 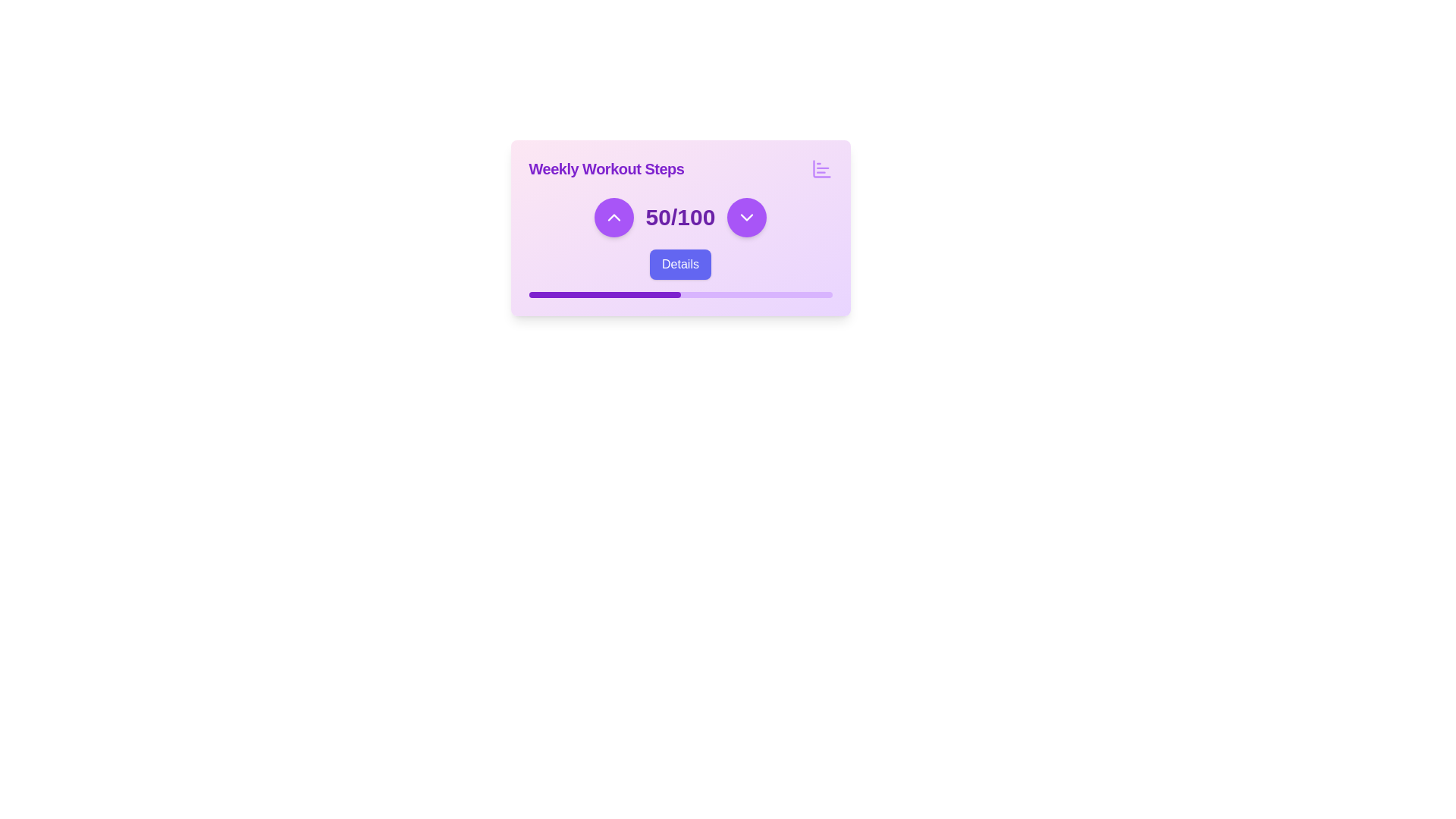 I want to click on the distinct icon in the top-right corner of the 'Weekly Workout Steps' card, which serves as a visual representation for accessing detailed insights about weekly workout steps, so click(x=821, y=169).